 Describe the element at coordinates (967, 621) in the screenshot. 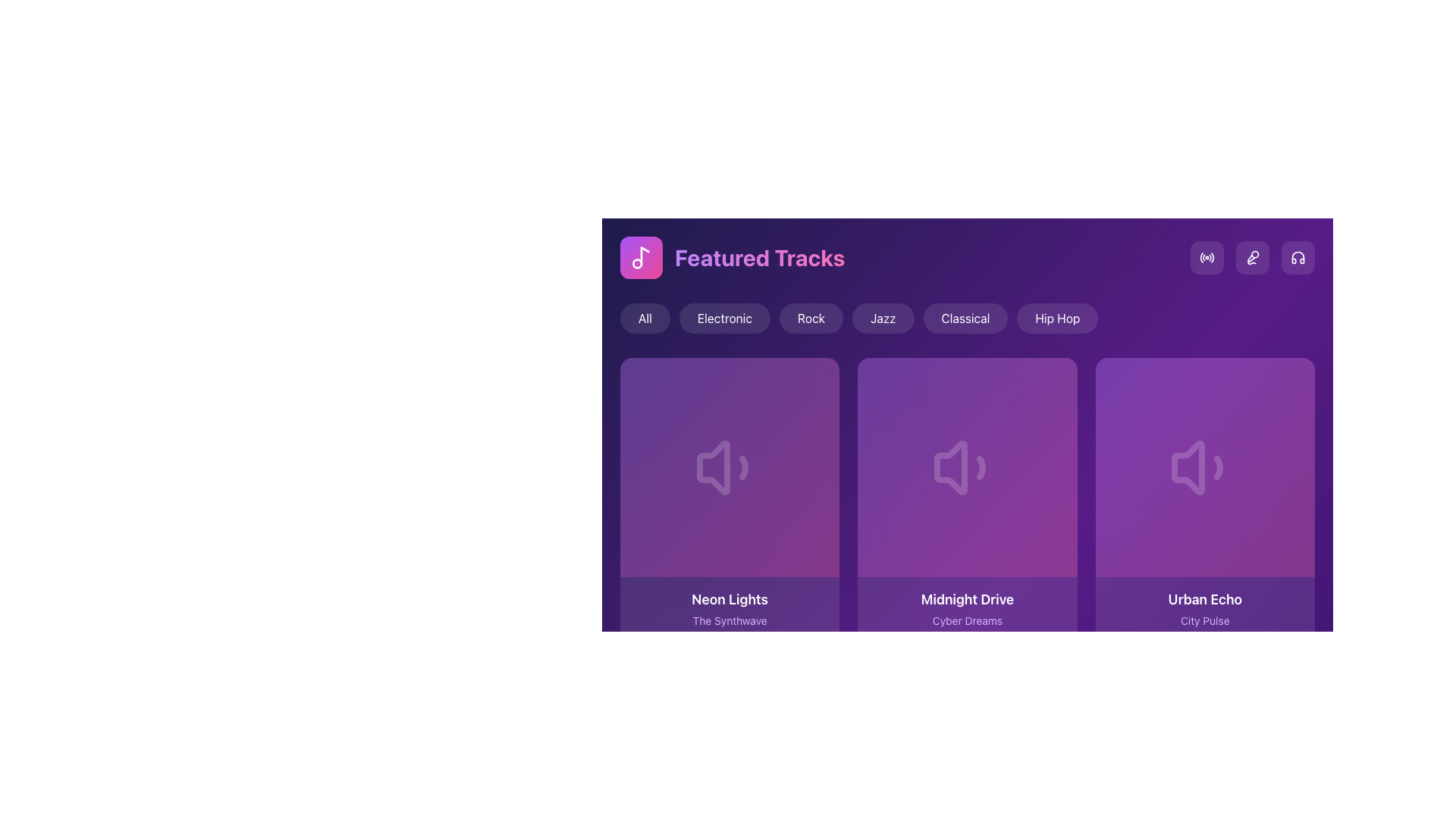

I see `the text element displaying 'Cyber Dreams' in light purple, located under 'Midnight Drive' in the middle column of a three-column layout` at that location.